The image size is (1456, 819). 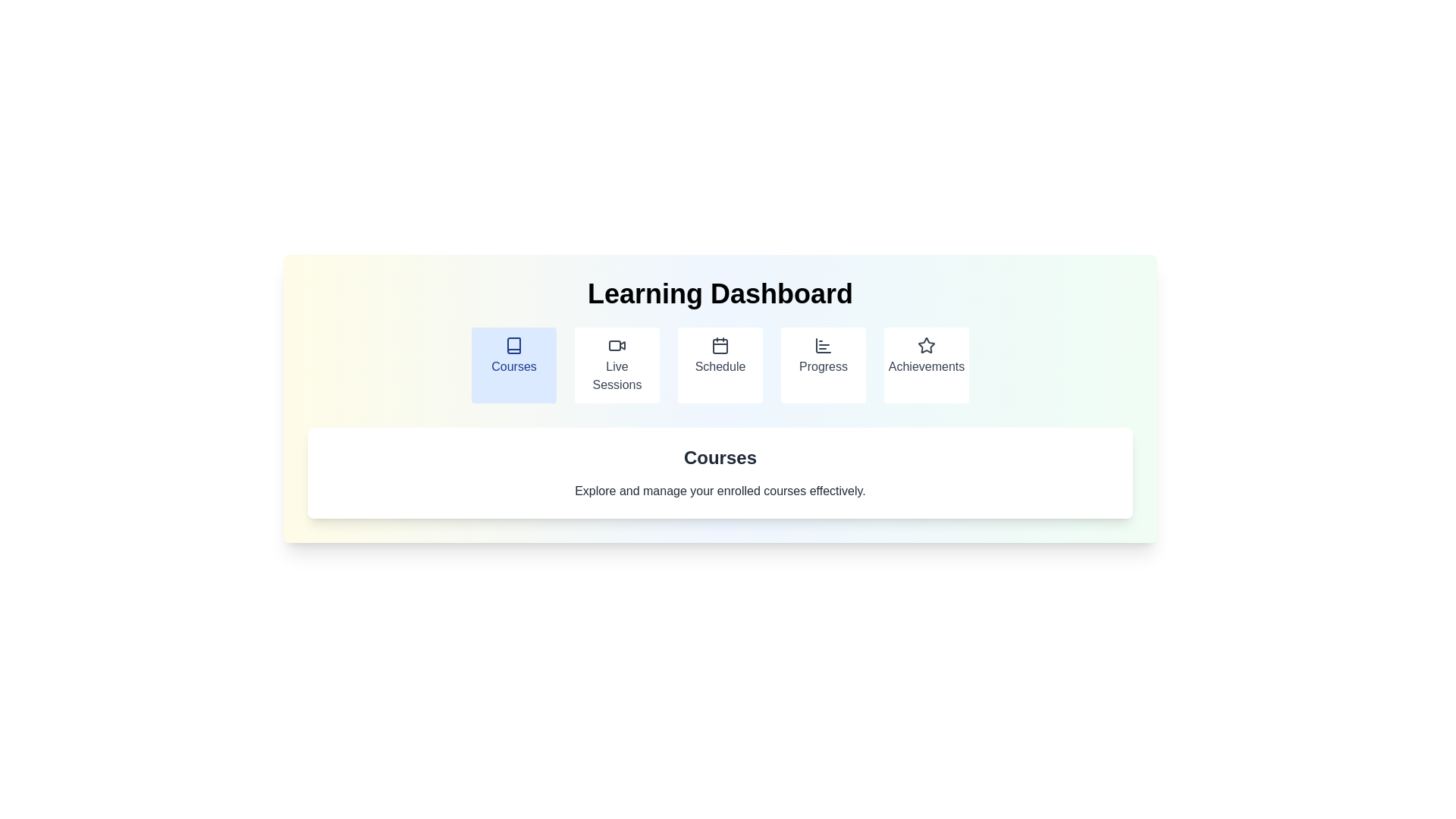 I want to click on the second button in the navigation section labeled 'Learning Dashboard', so click(x=617, y=366).